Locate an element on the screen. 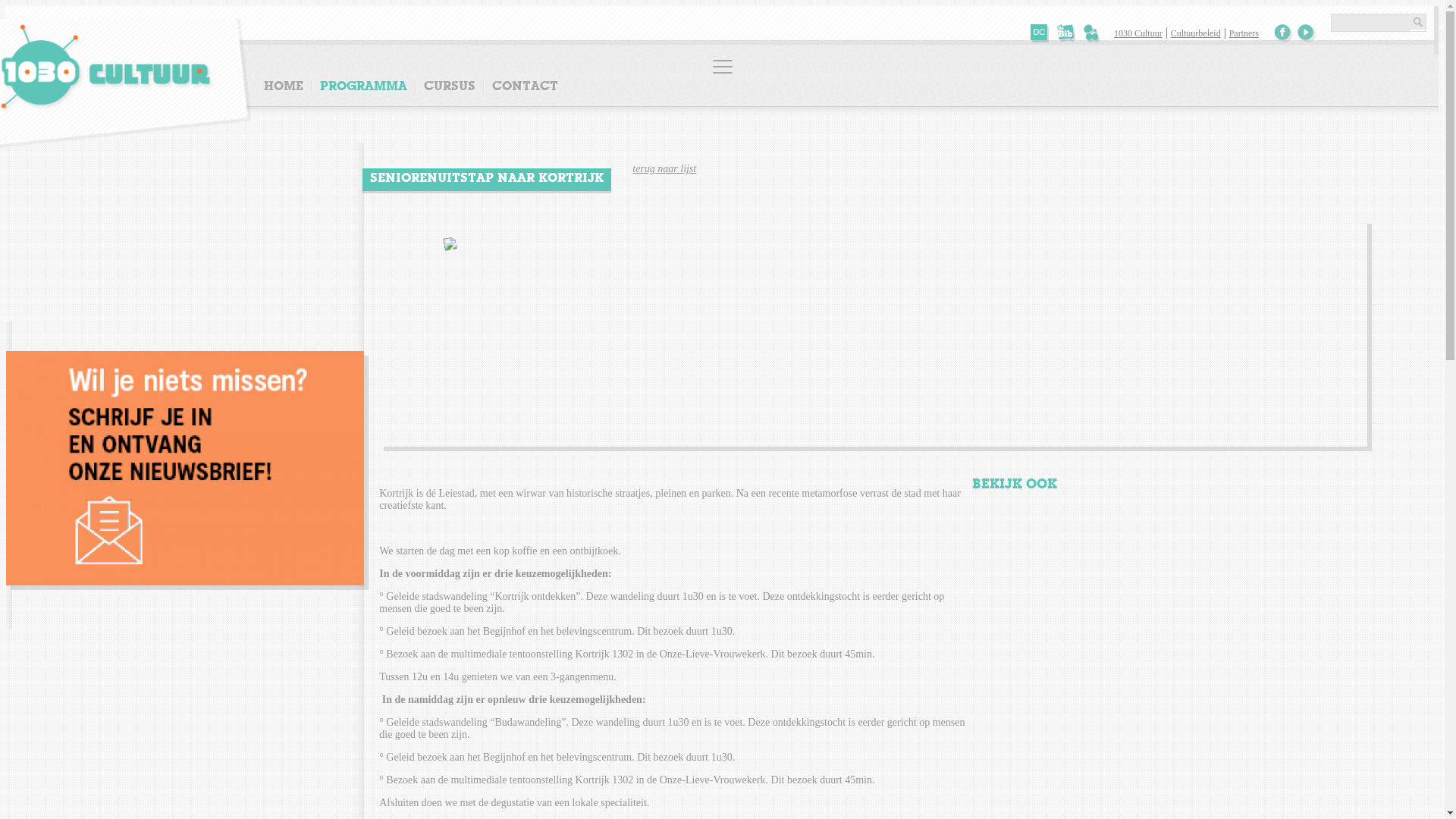 The width and height of the screenshot is (1456, 819). '1030 Cultuur' is located at coordinates (1140, 33).